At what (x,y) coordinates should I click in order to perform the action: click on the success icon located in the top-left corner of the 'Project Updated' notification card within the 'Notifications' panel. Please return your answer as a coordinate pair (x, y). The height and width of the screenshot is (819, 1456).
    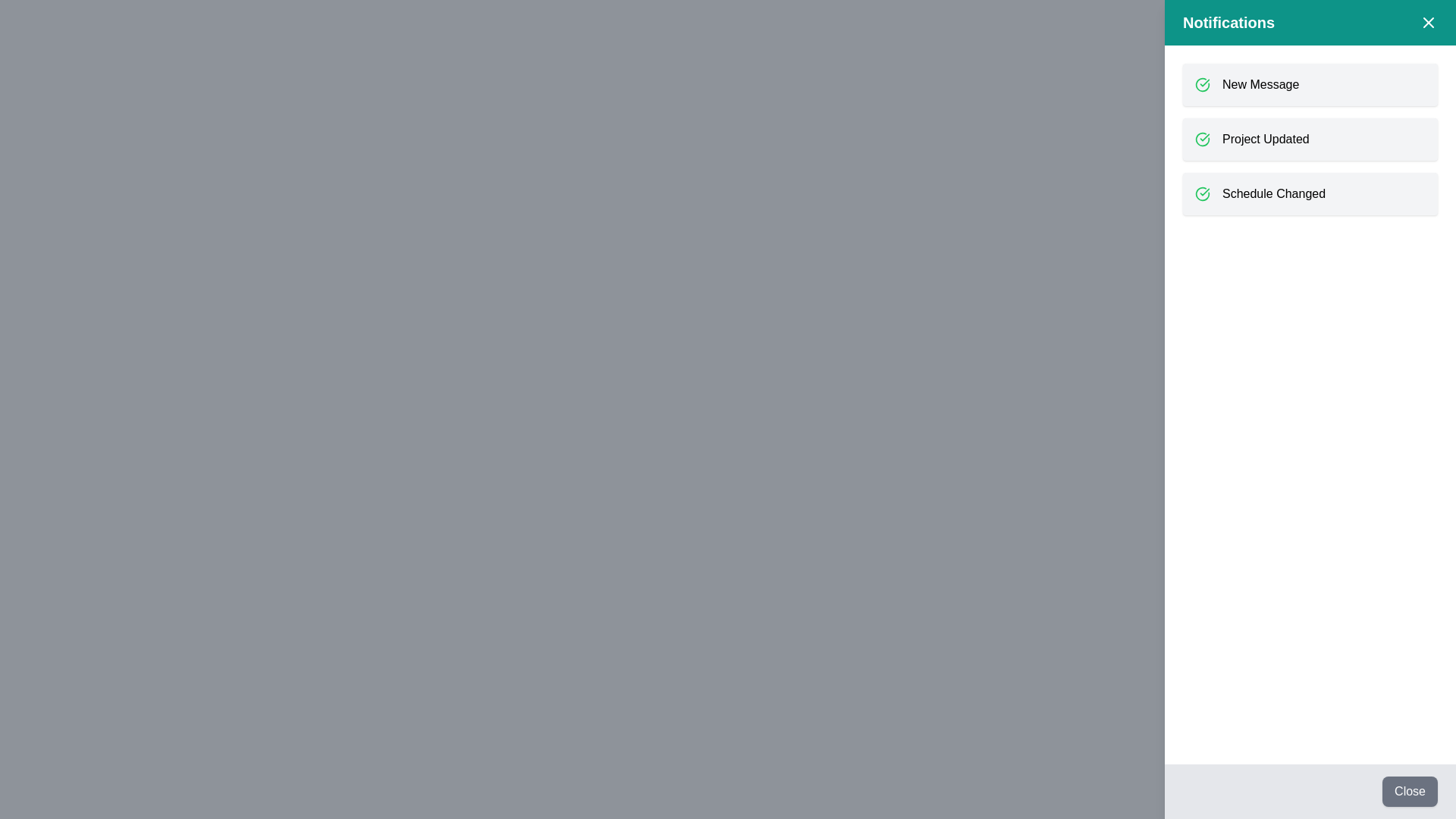
    Looking at the image, I should click on (1201, 140).